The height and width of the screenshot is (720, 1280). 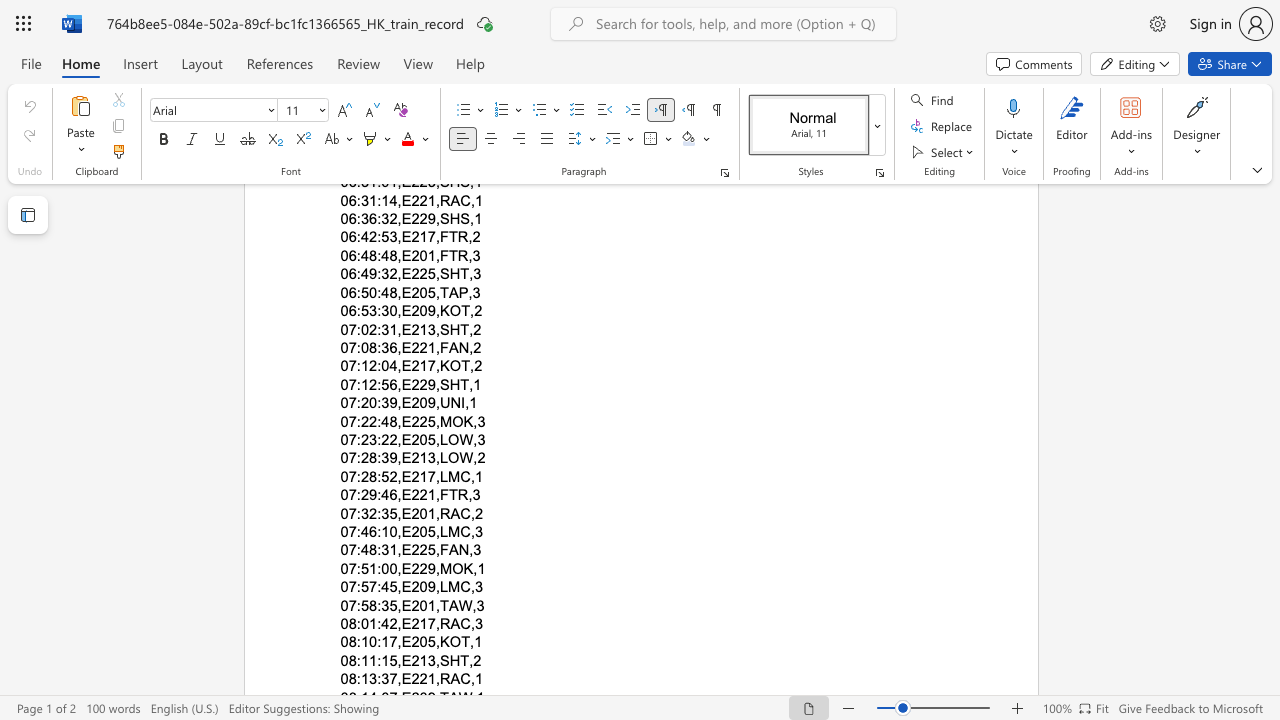 What do you see at coordinates (369, 438) in the screenshot?
I see `the space between the continuous character "2" and "3" in the text` at bounding box center [369, 438].